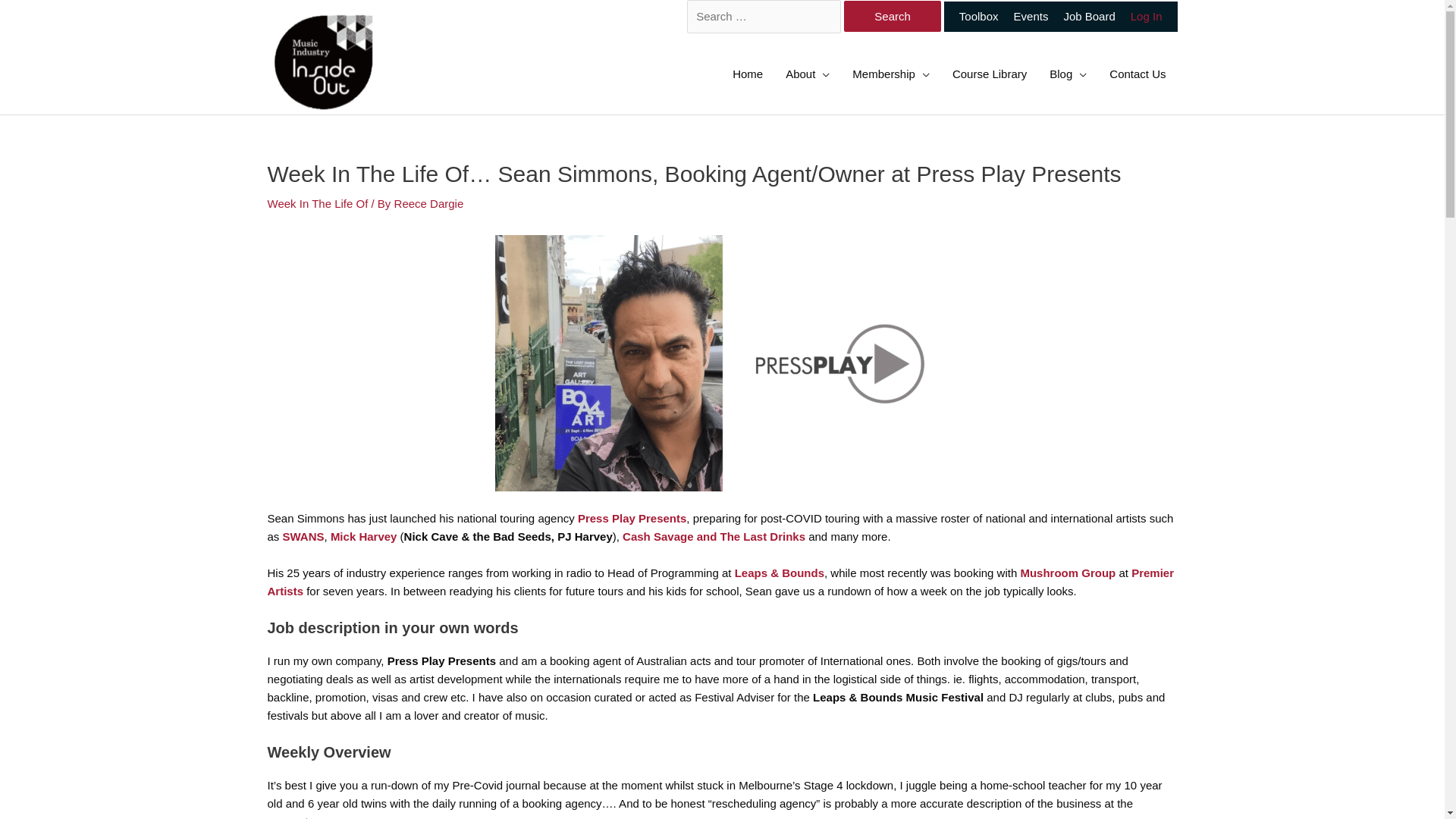 The image size is (1456, 819). I want to click on 'Job Board', so click(1087, 17).